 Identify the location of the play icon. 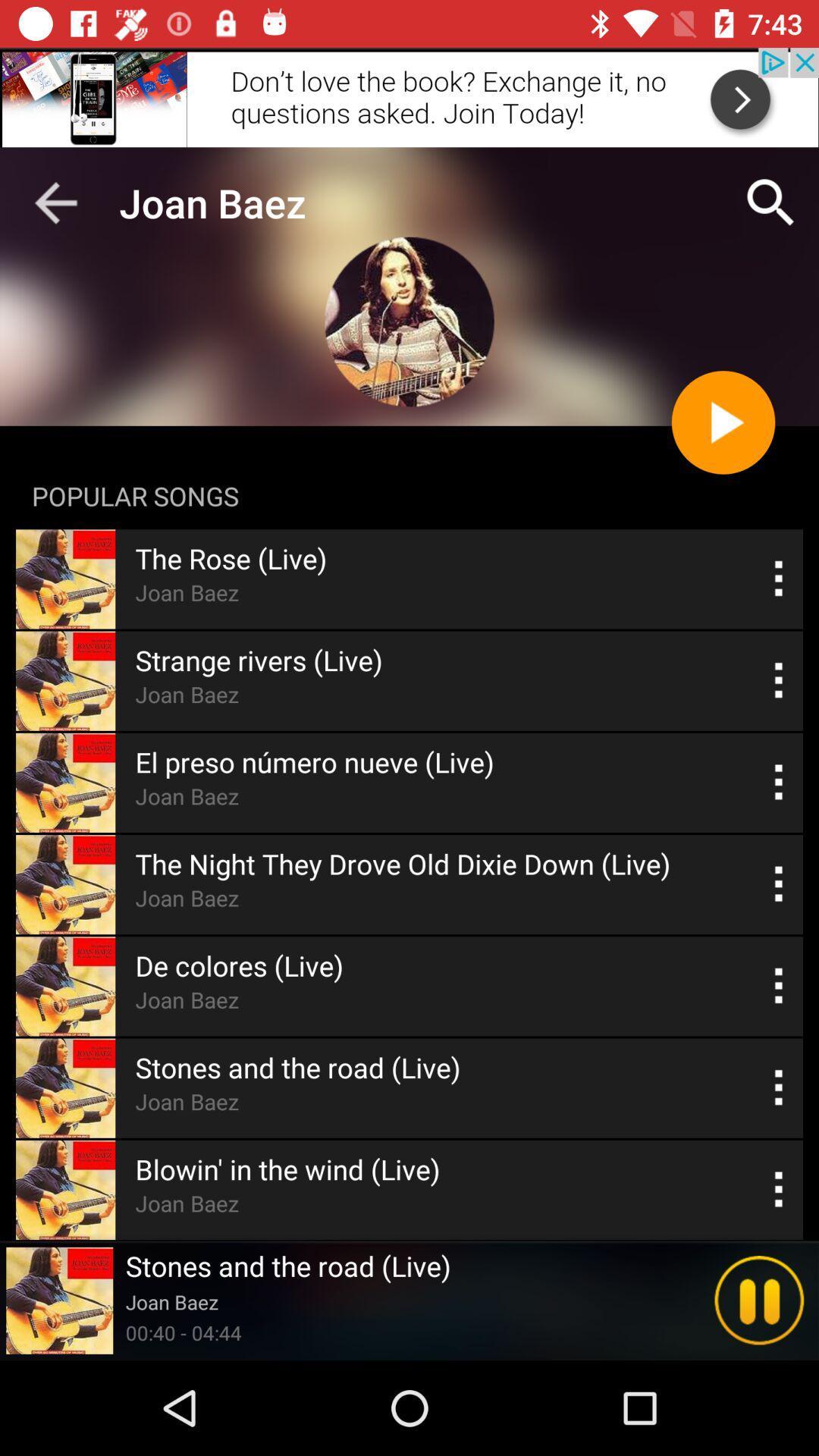
(722, 422).